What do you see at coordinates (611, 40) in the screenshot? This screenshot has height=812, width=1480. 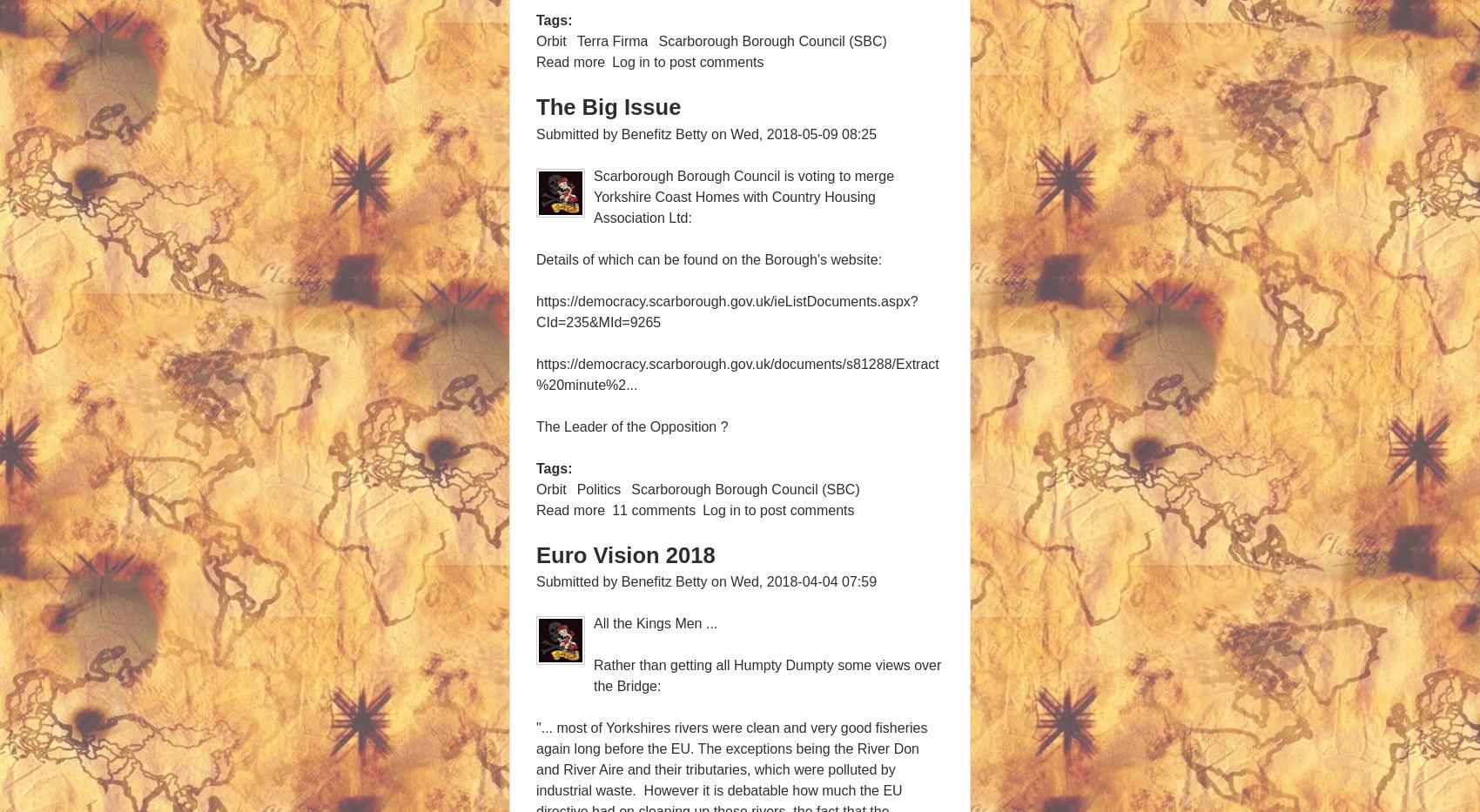 I see `'Terra Firma'` at bounding box center [611, 40].